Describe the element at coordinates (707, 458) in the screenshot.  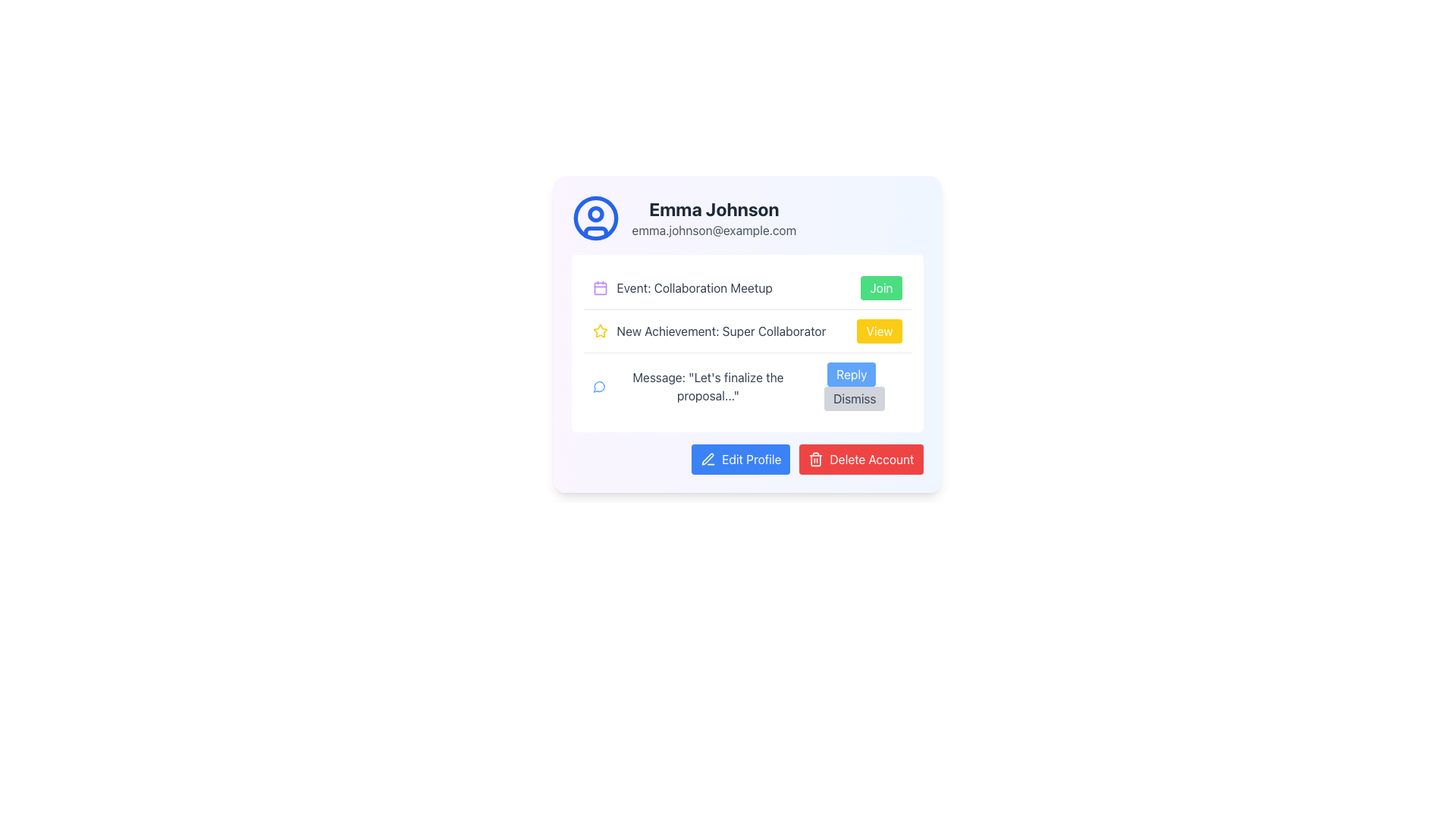
I see `the decorative SVG icon indicating the functionality of the 'Edit Profile' button located in the lower-left corner of the user profile card` at that location.